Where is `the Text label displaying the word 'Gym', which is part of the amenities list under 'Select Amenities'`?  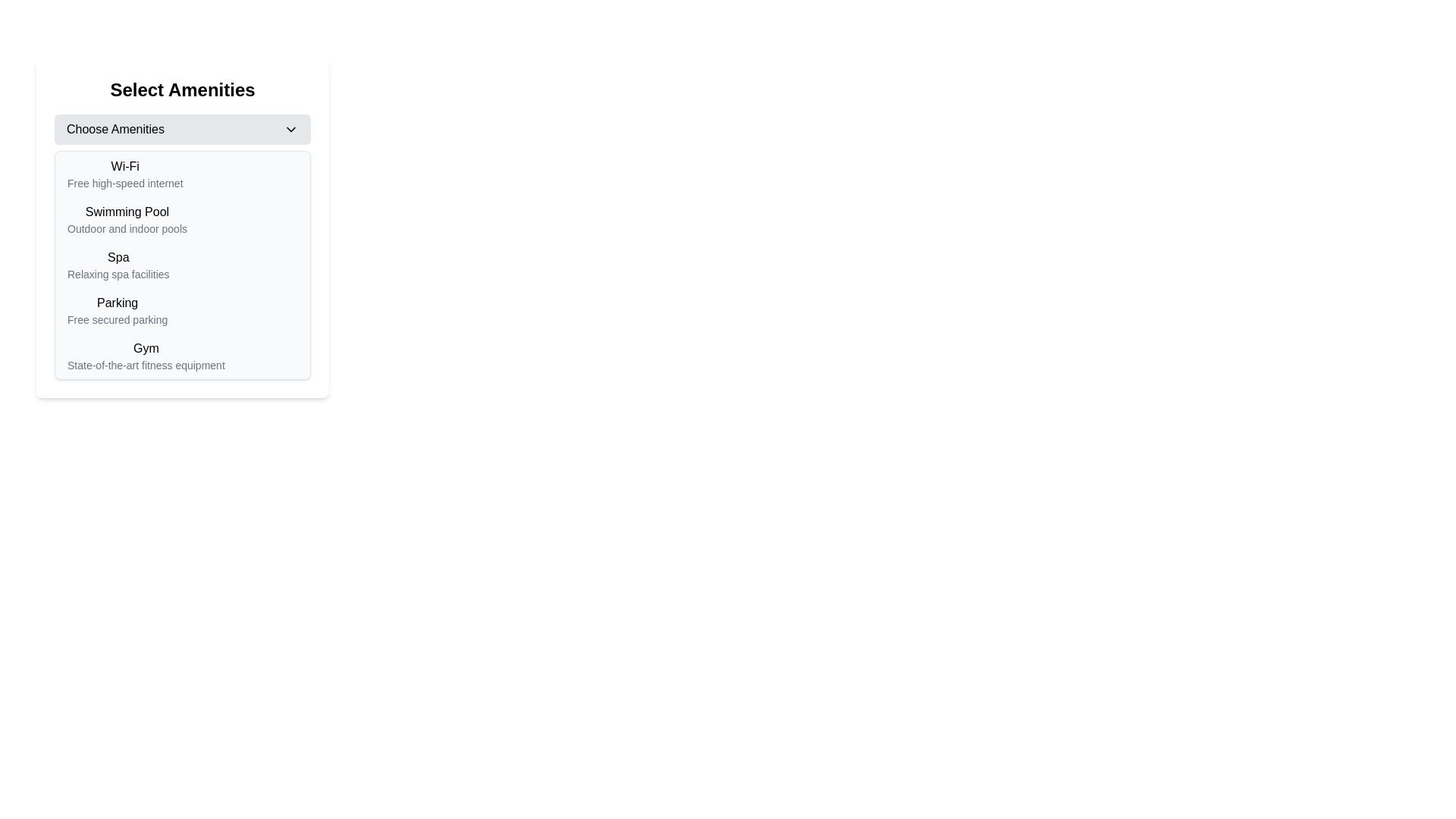
the Text label displaying the word 'Gym', which is part of the amenities list under 'Select Amenities' is located at coordinates (146, 348).